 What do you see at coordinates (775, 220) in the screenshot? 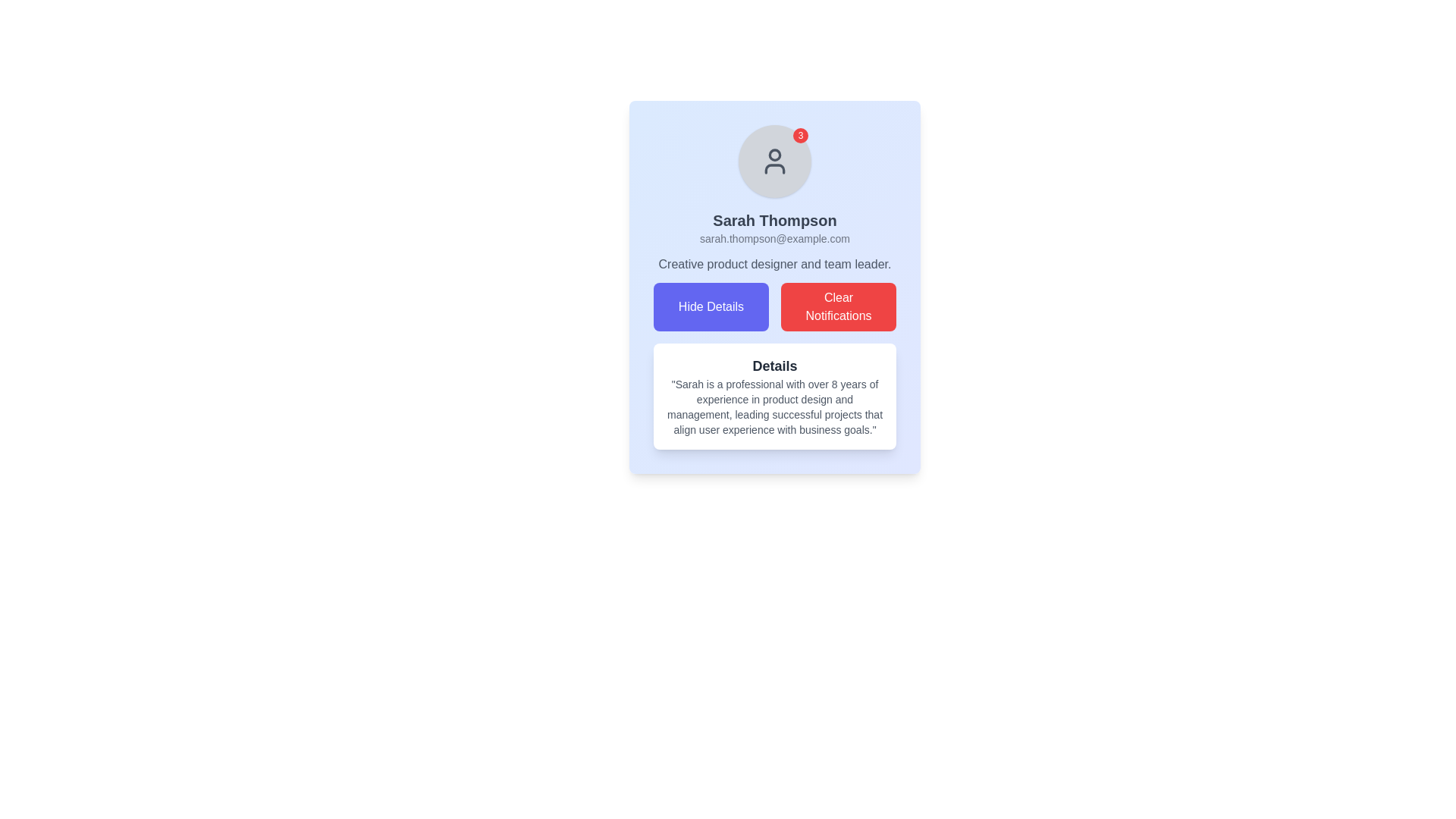
I see `bold, extra-large text label displaying 'Sarah Thompson', which is prominently positioned under the avatar icon and above the email address` at bounding box center [775, 220].